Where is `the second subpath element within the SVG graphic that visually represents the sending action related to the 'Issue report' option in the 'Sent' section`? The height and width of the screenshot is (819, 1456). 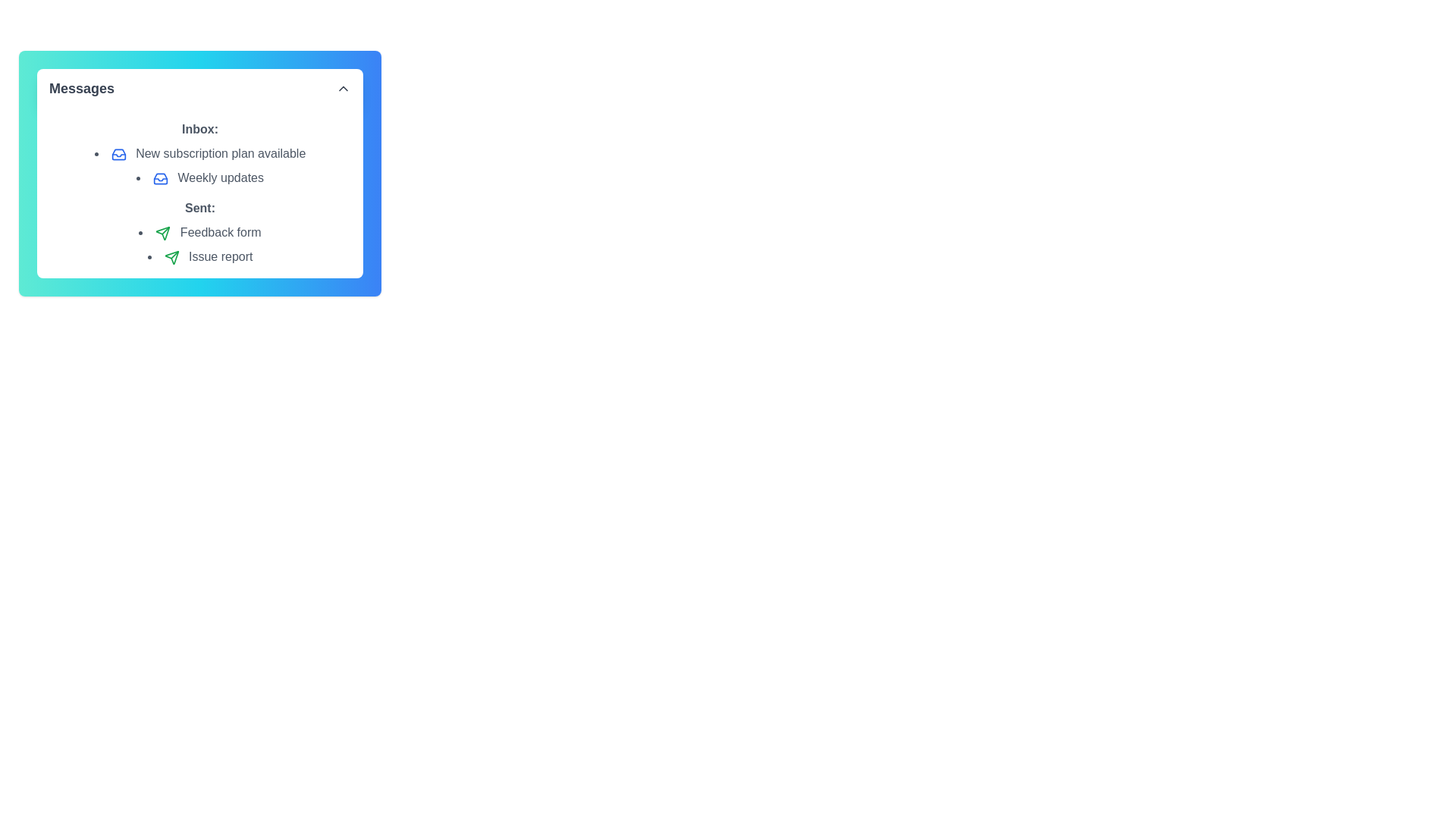
the second subpath element within the SVG graphic that visually represents the sending action related to the 'Issue report' option in the 'Sent' section is located at coordinates (174, 254).